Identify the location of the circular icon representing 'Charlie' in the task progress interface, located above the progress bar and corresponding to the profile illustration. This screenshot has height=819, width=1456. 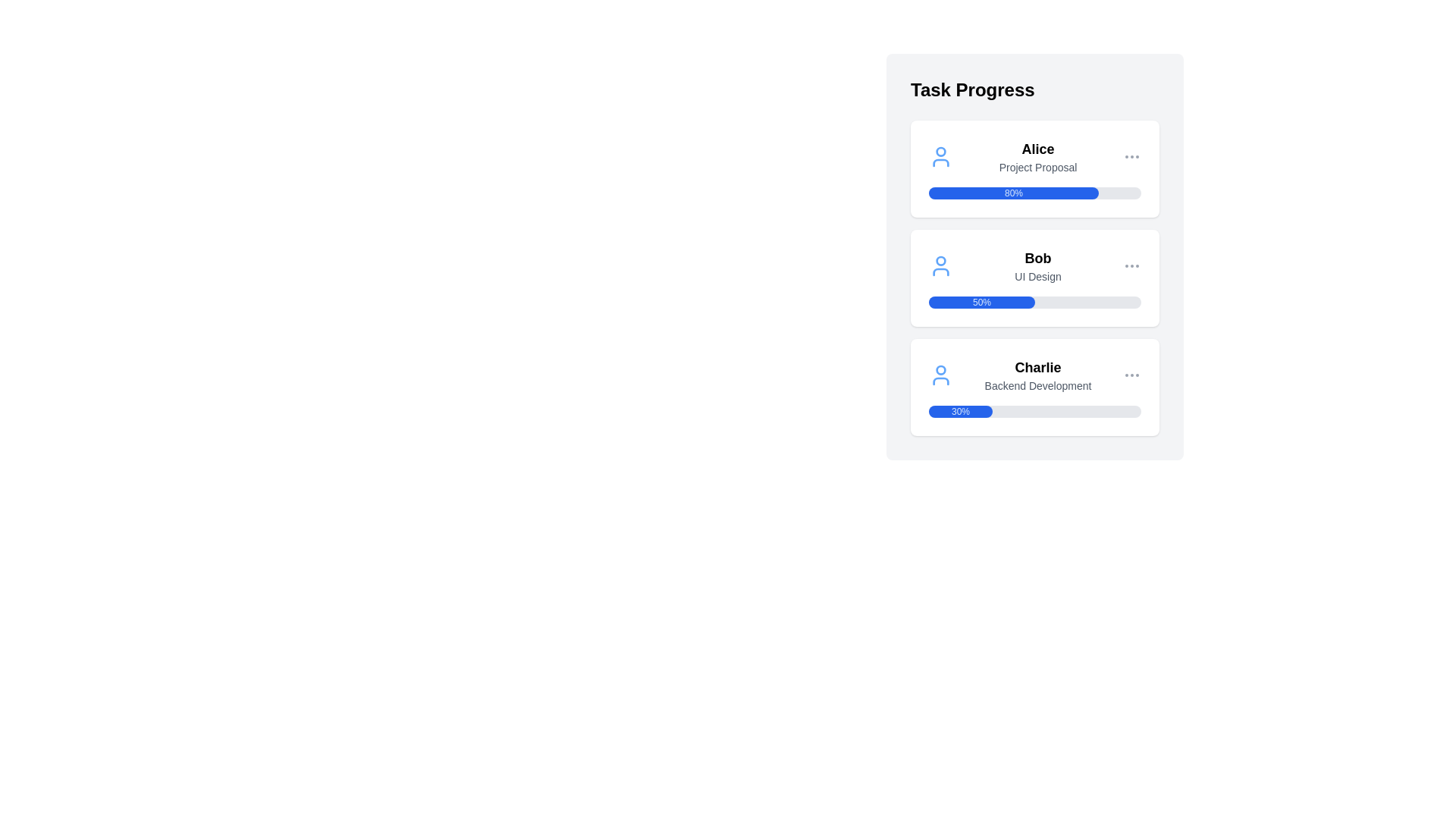
(940, 370).